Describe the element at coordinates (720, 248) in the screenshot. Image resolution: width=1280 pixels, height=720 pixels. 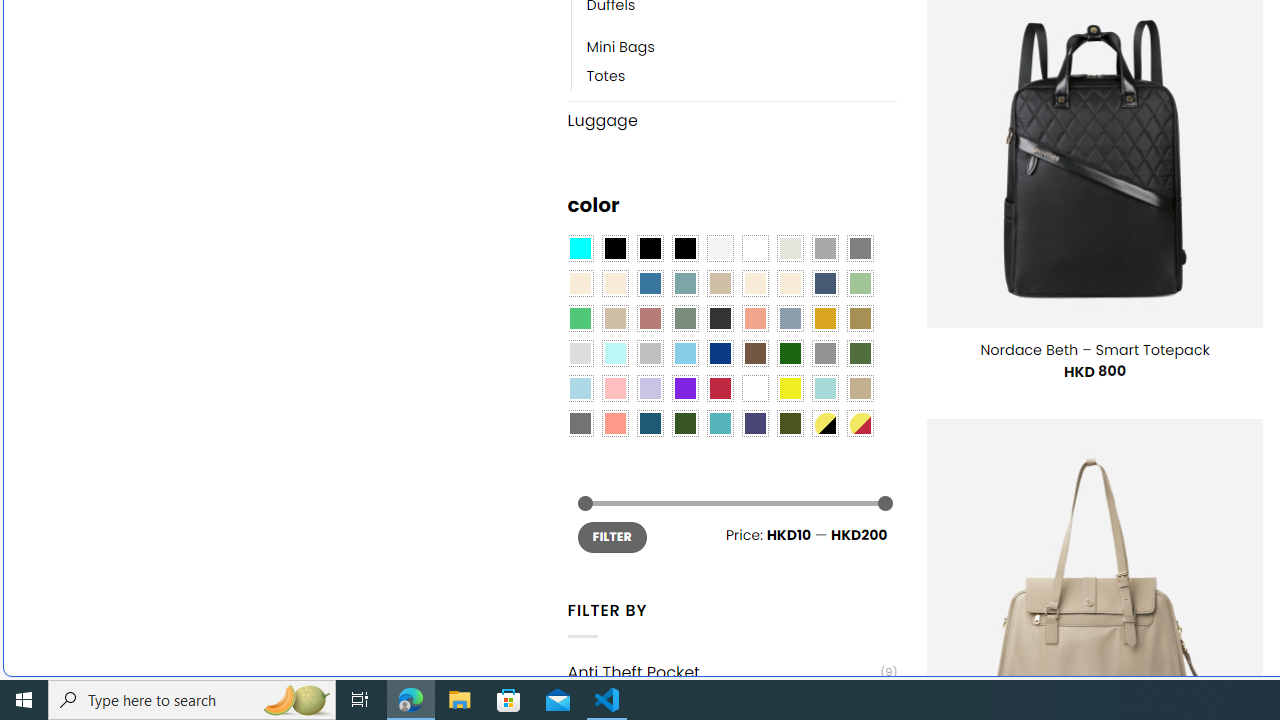
I see `'Pearly White'` at that location.